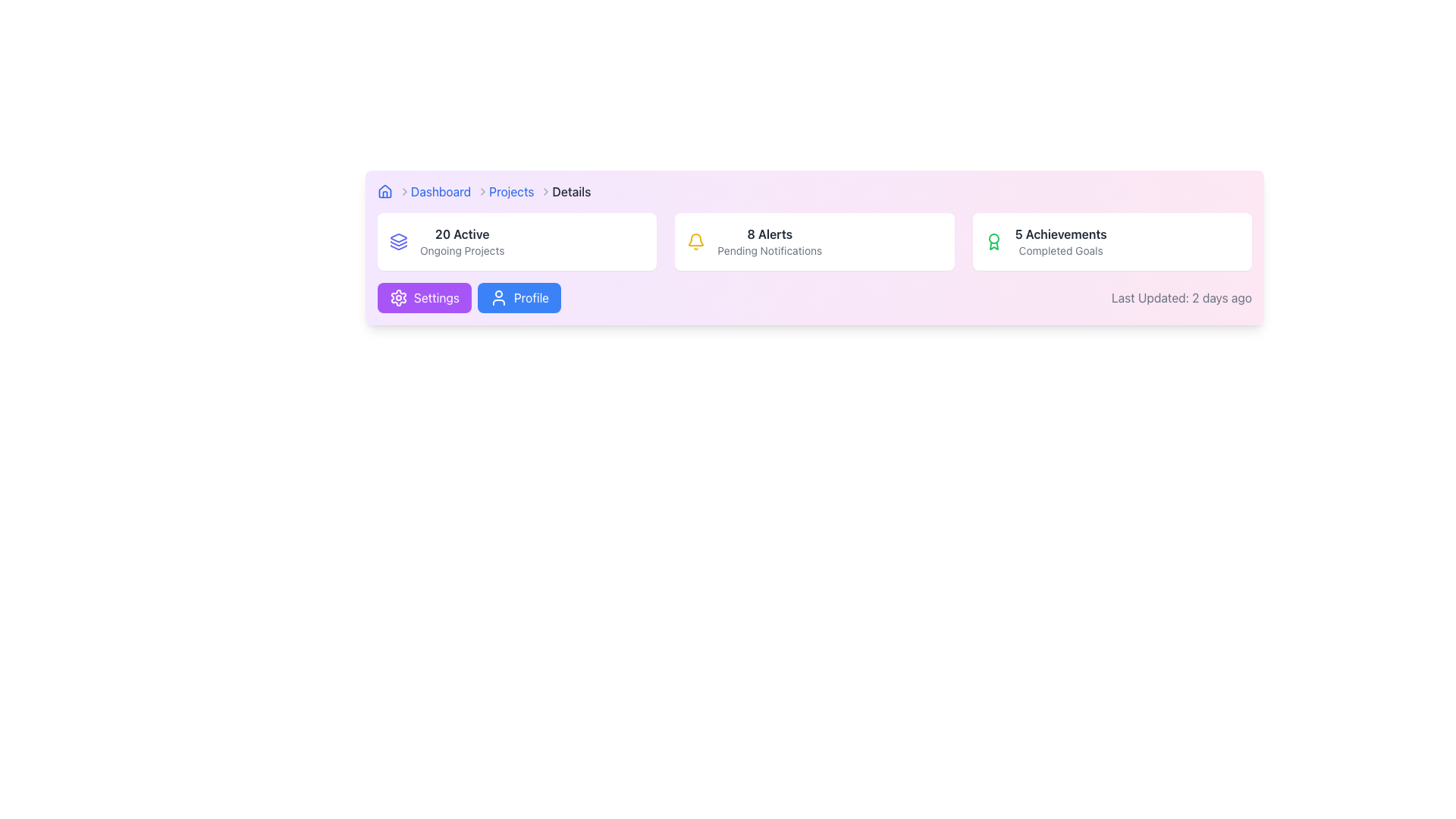  Describe the element at coordinates (399, 241) in the screenshot. I see `the Decorative Icon representing layers, which is the first icon within the card labeled '20 Active' describing 'Ongoing Projects'` at that location.